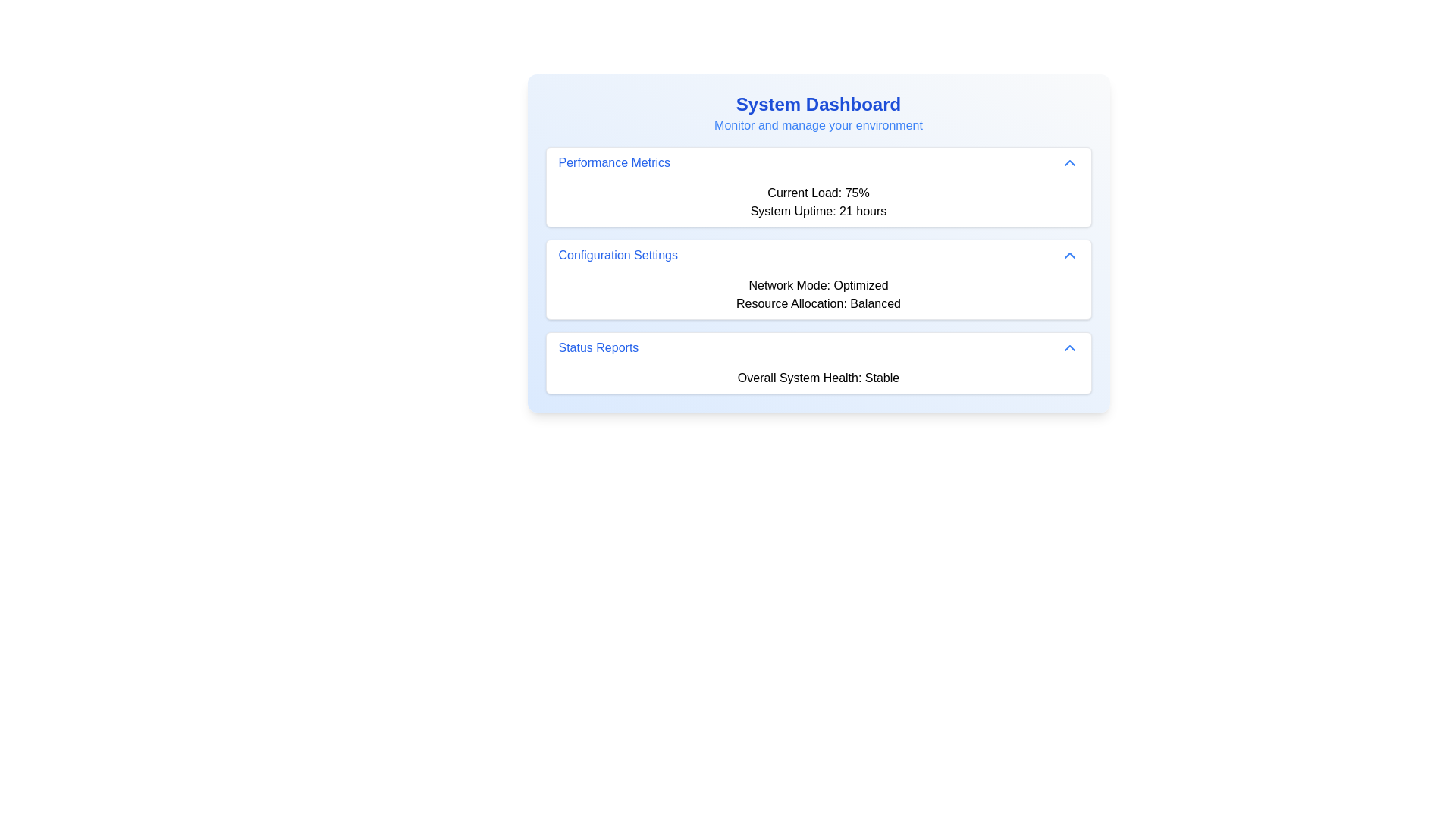 The image size is (1456, 819). Describe the element at coordinates (817, 377) in the screenshot. I see `static text block displaying 'Overall System Health: Stable' located in the 'Status Reports' section of the main dashboard` at that location.